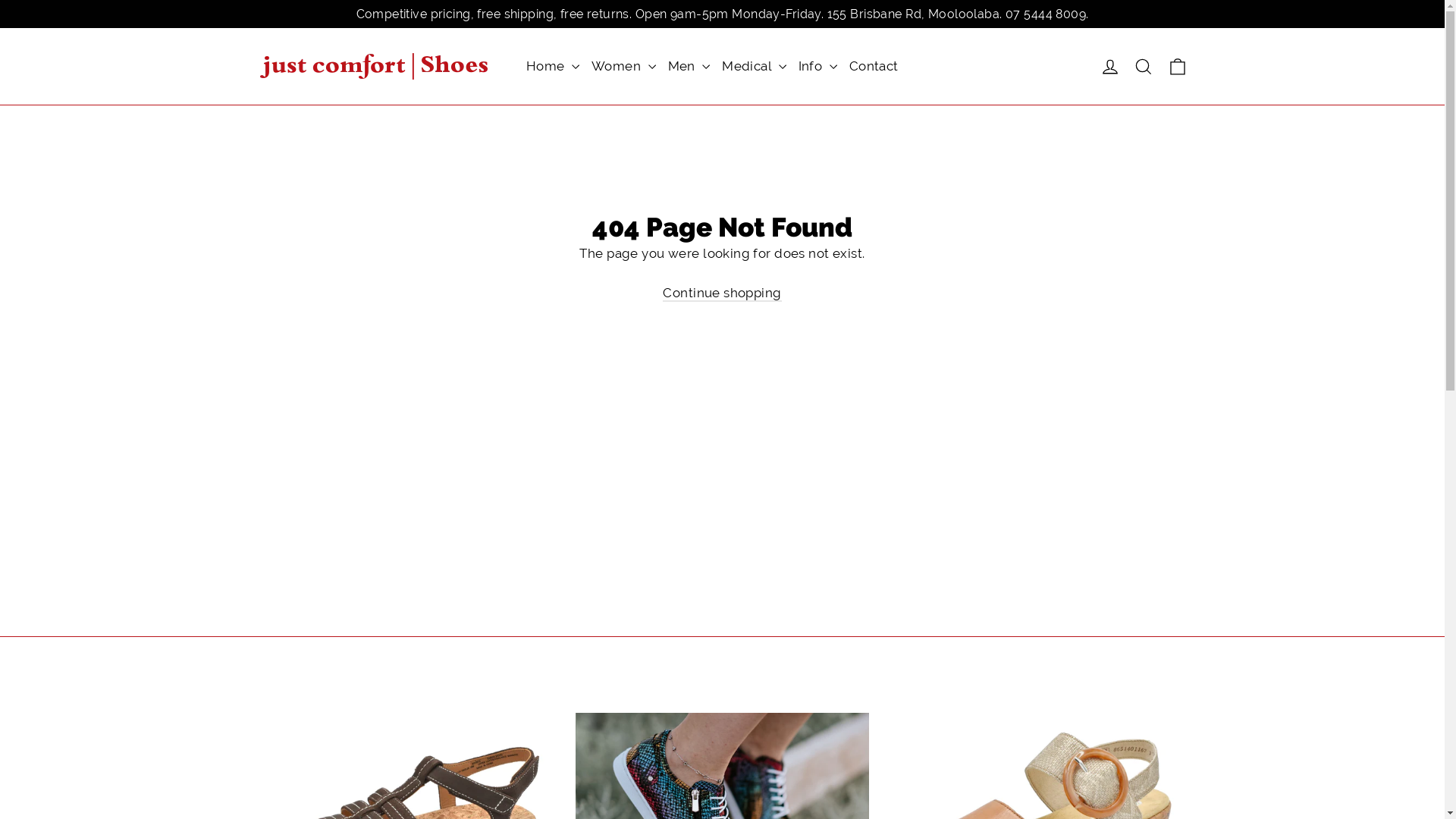  What do you see at coordinates (585, 65) in the screenshot?
I see `'Women'` at bounding box center [585, 65].